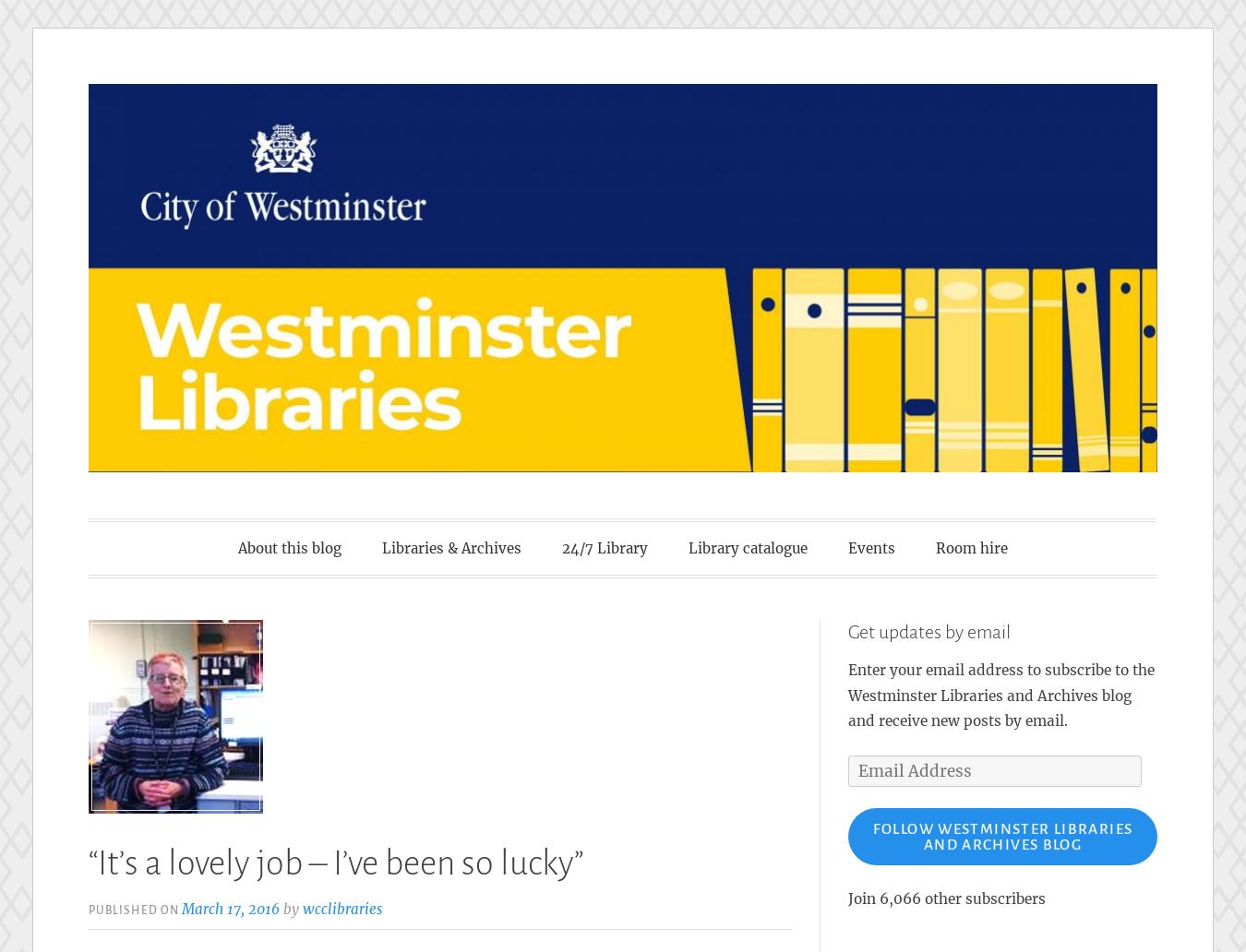  What do you see at coordinates (335, 861) in the screenshot?
I see `'“It’s a lovely job – I’ve been so lucky”'` at bounding box center [335, 861].